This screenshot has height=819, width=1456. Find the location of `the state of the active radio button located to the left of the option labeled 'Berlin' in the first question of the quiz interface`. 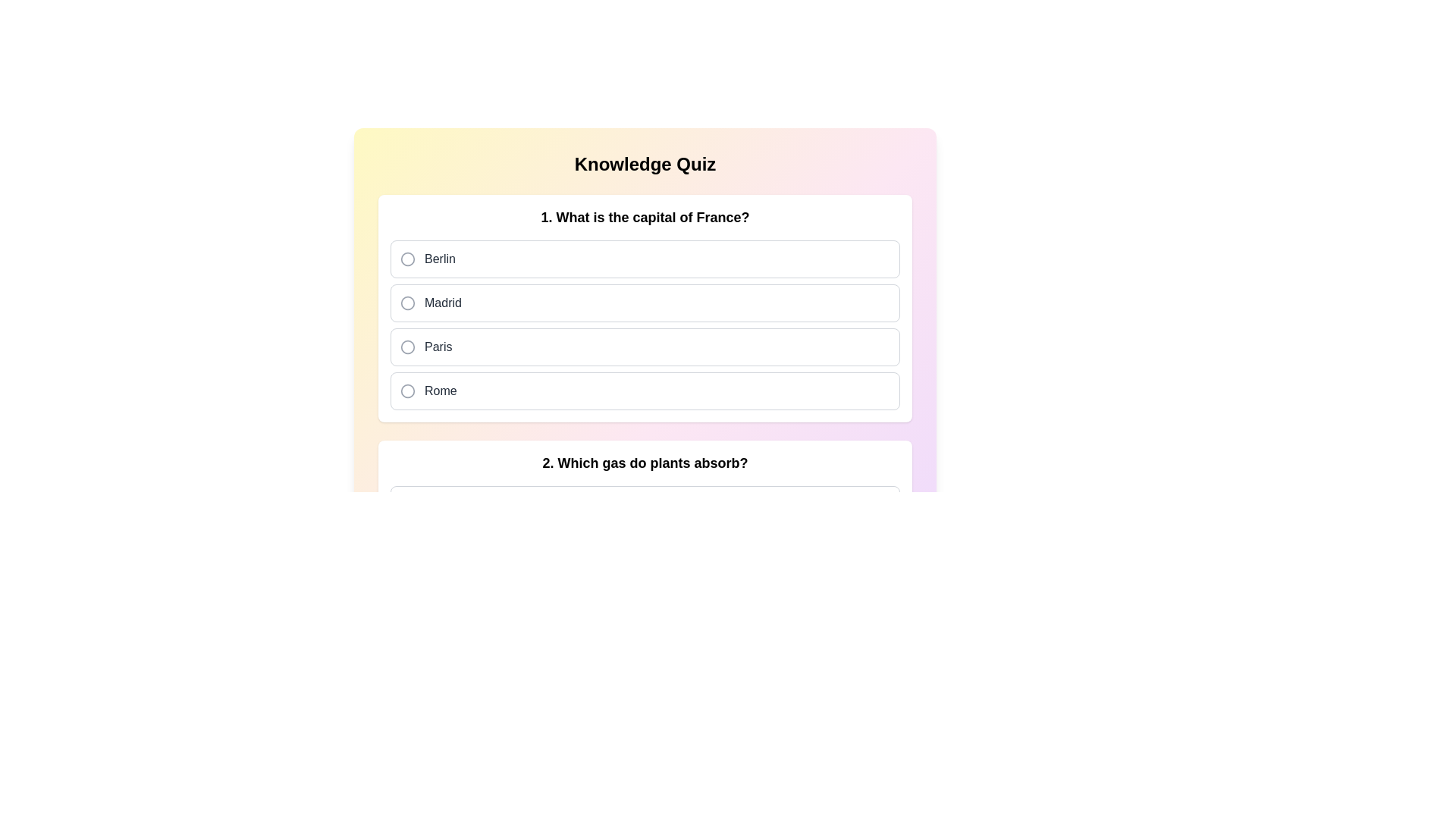

the state of the active radio button located to the left of the option labeled 'Berlin' in the first question of the quiz interface is located at coordinates (407, 259).